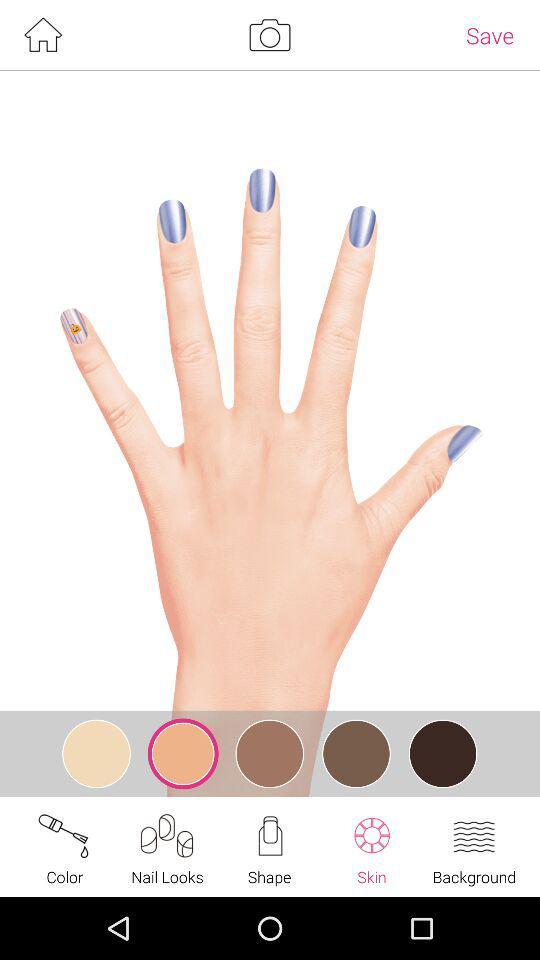 The width and height of the screenshot is (540, 960). Describe the element at coordinates (42, 36) in the screenshot. I see `the home icon` at that location.